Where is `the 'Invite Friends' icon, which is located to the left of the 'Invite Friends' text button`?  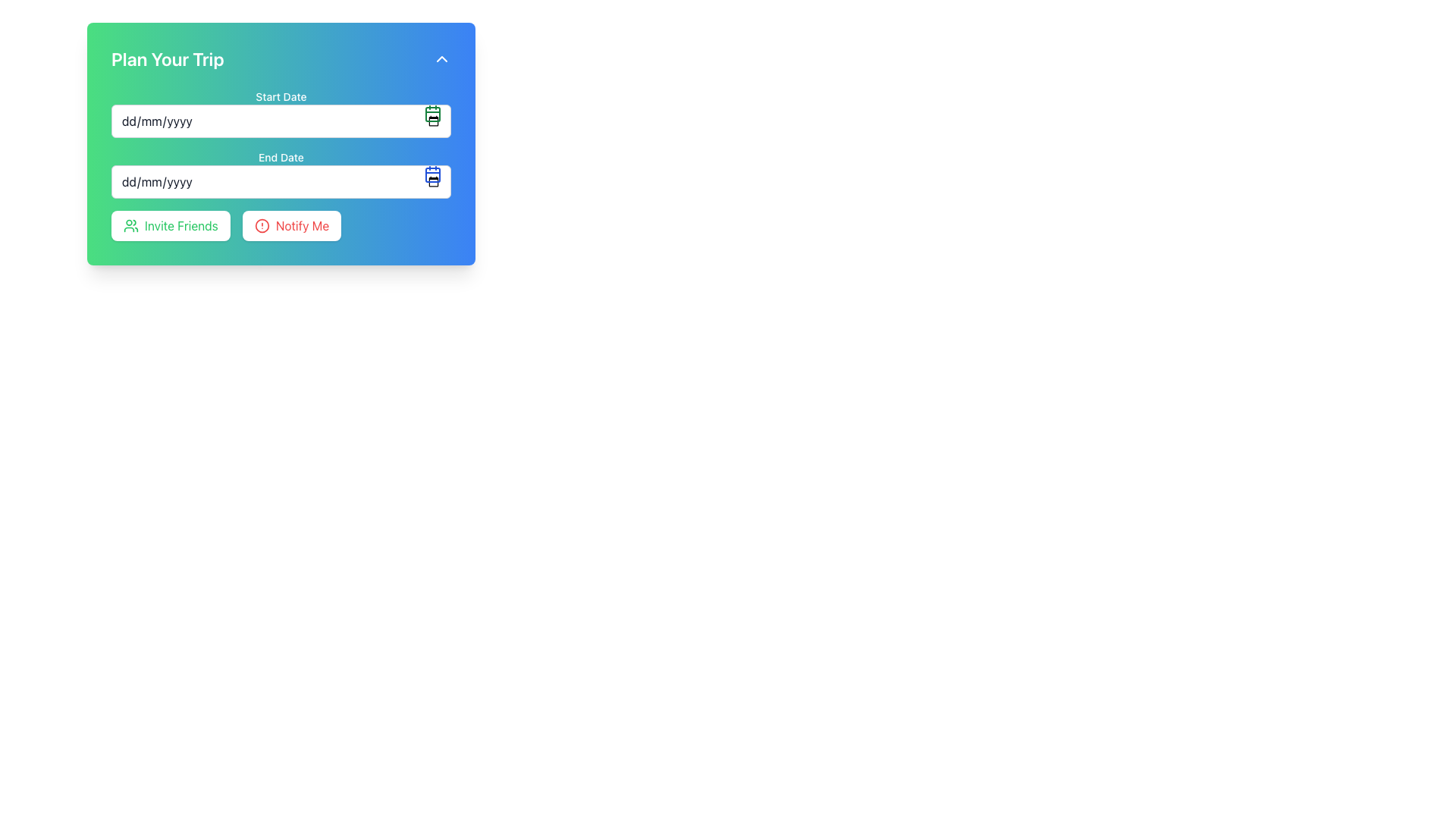 the 'Invite Friends' icon, which is located to the left of the 'Invite Friends' text button is located at coordinates (130, 225).